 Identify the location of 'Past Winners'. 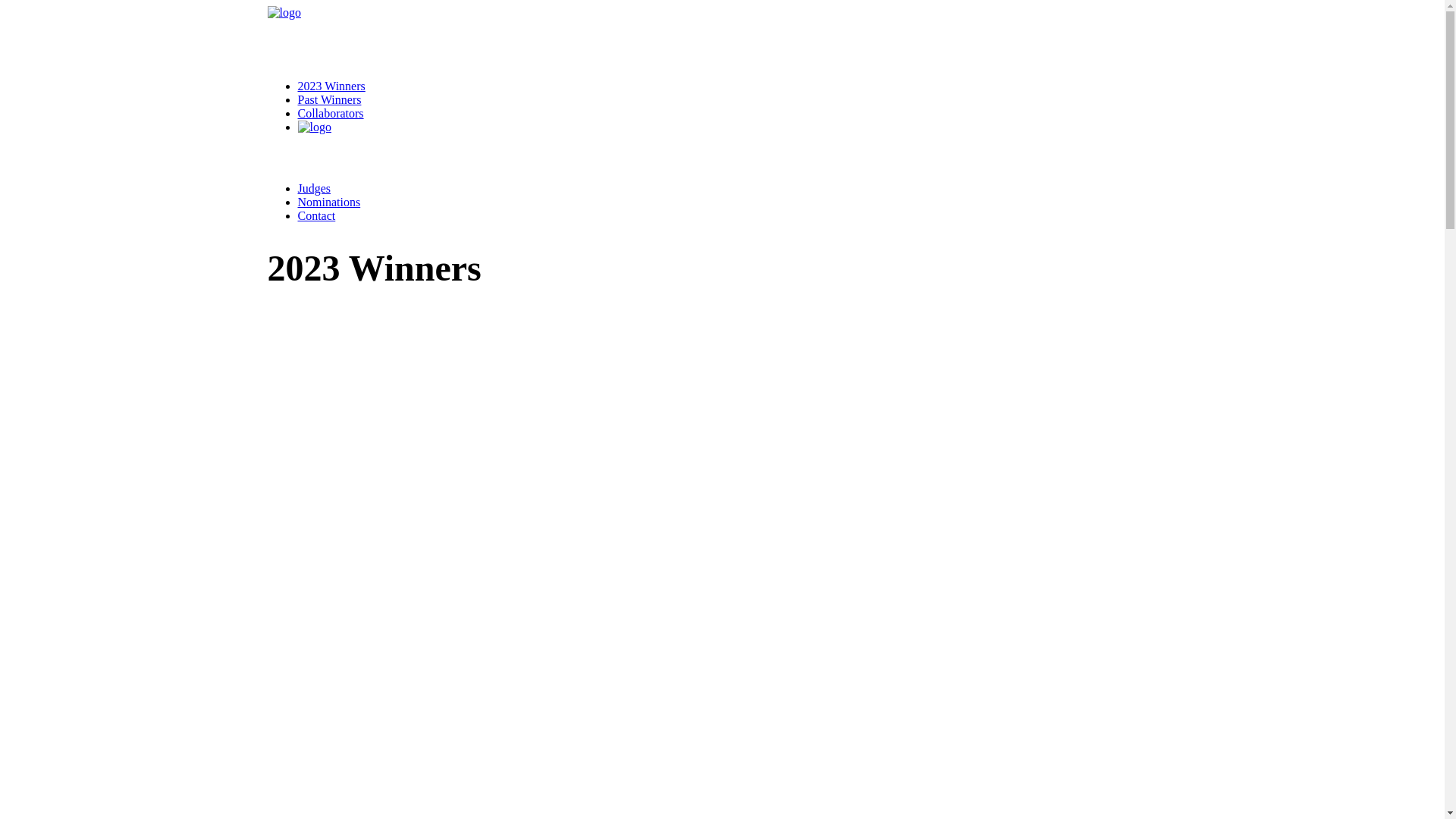
(328, 99).